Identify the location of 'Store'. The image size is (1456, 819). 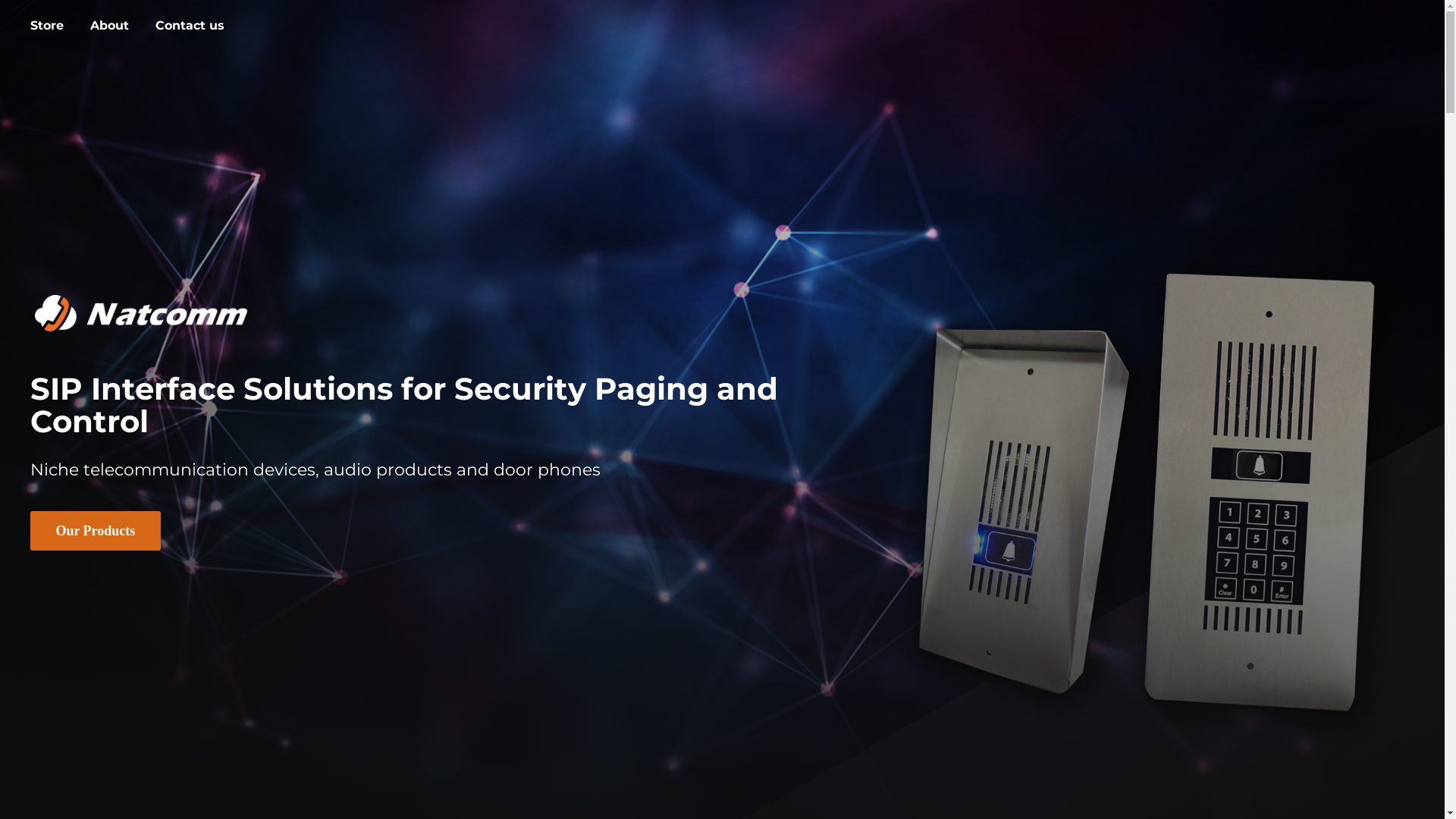
(47, 26).